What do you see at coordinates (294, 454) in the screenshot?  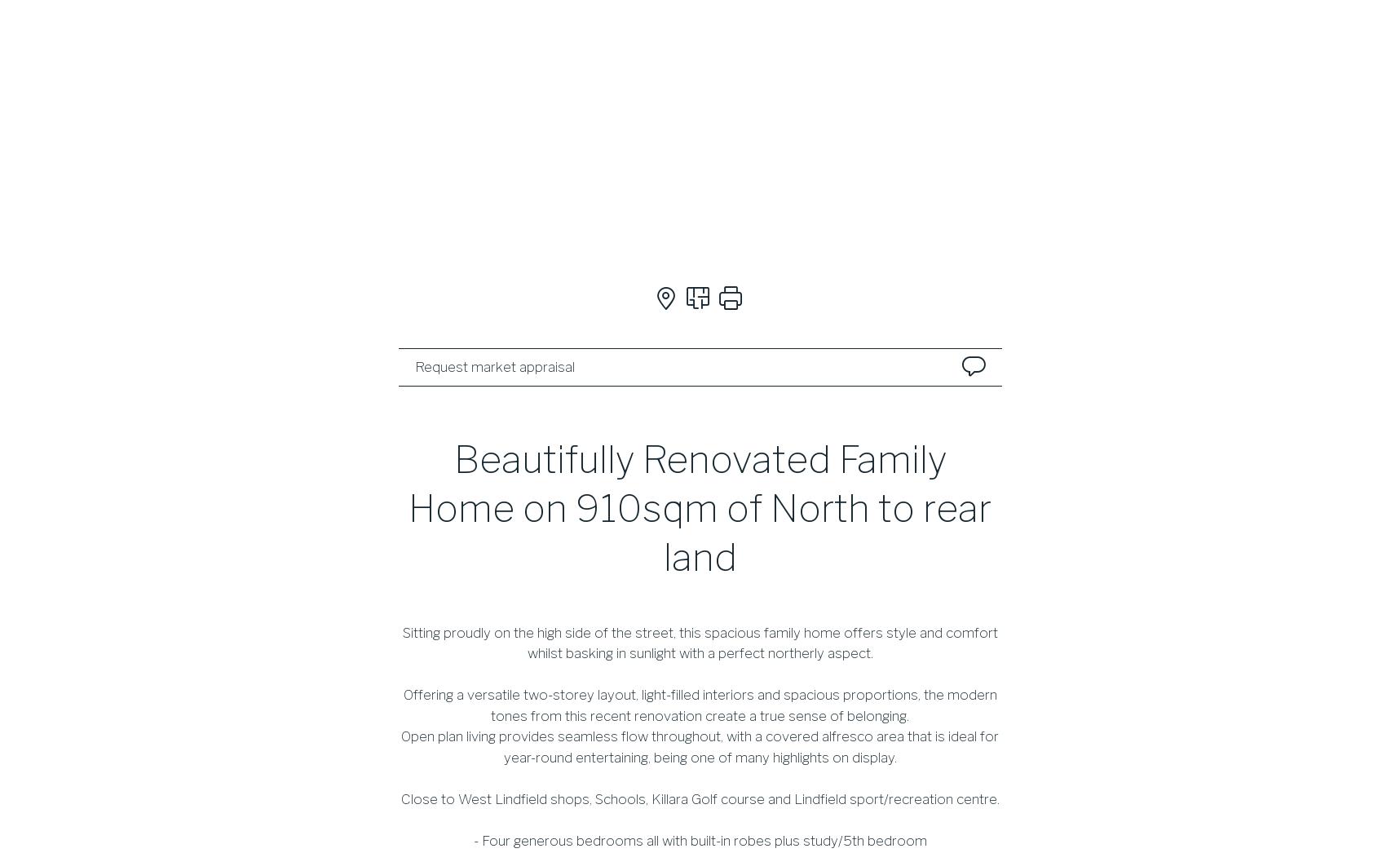 I see `'Forthcoming auctions'` at bounding box center [294, 454].